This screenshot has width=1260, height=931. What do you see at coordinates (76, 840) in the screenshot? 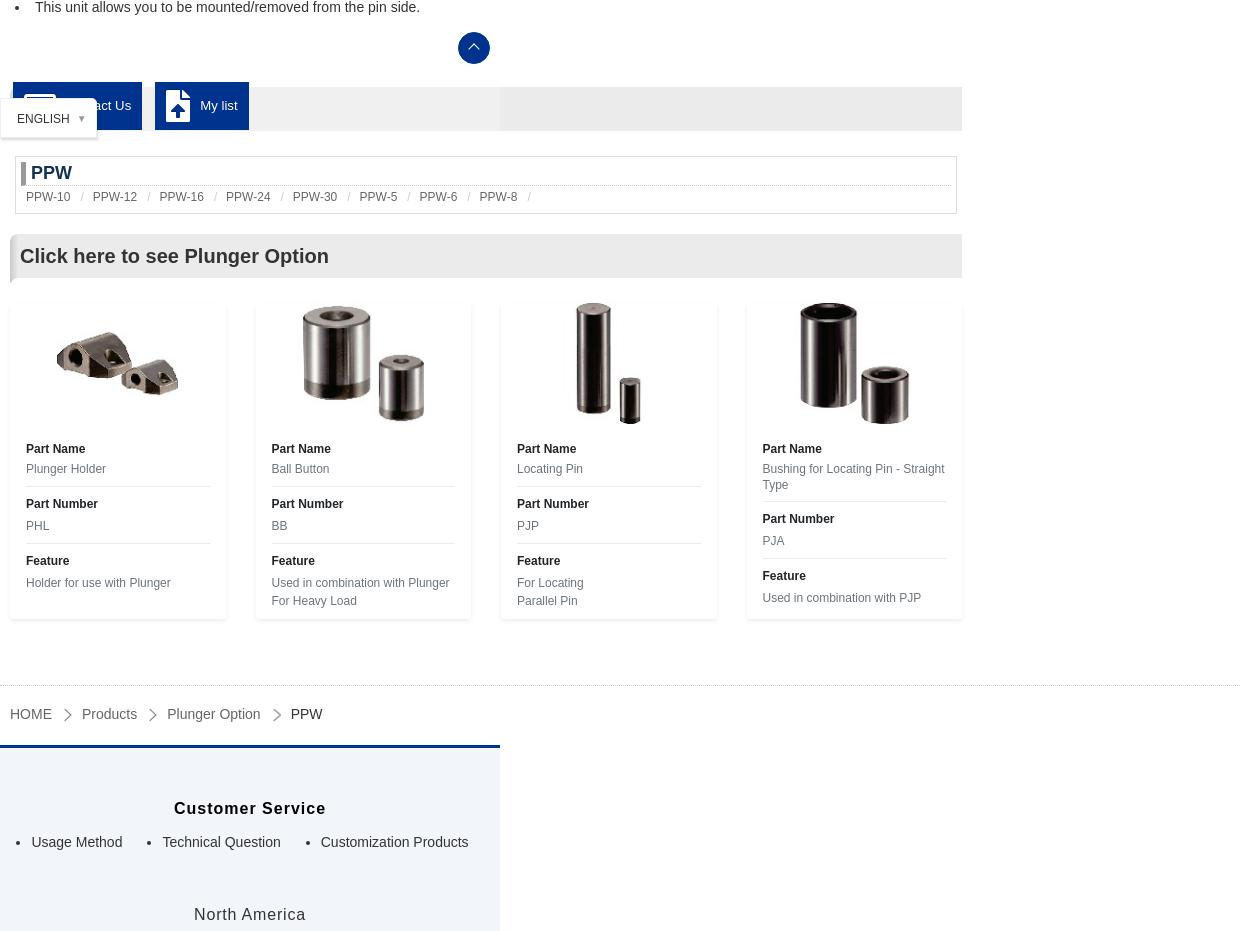
I see `'Usage Method'` at bounding box center [76, 840].